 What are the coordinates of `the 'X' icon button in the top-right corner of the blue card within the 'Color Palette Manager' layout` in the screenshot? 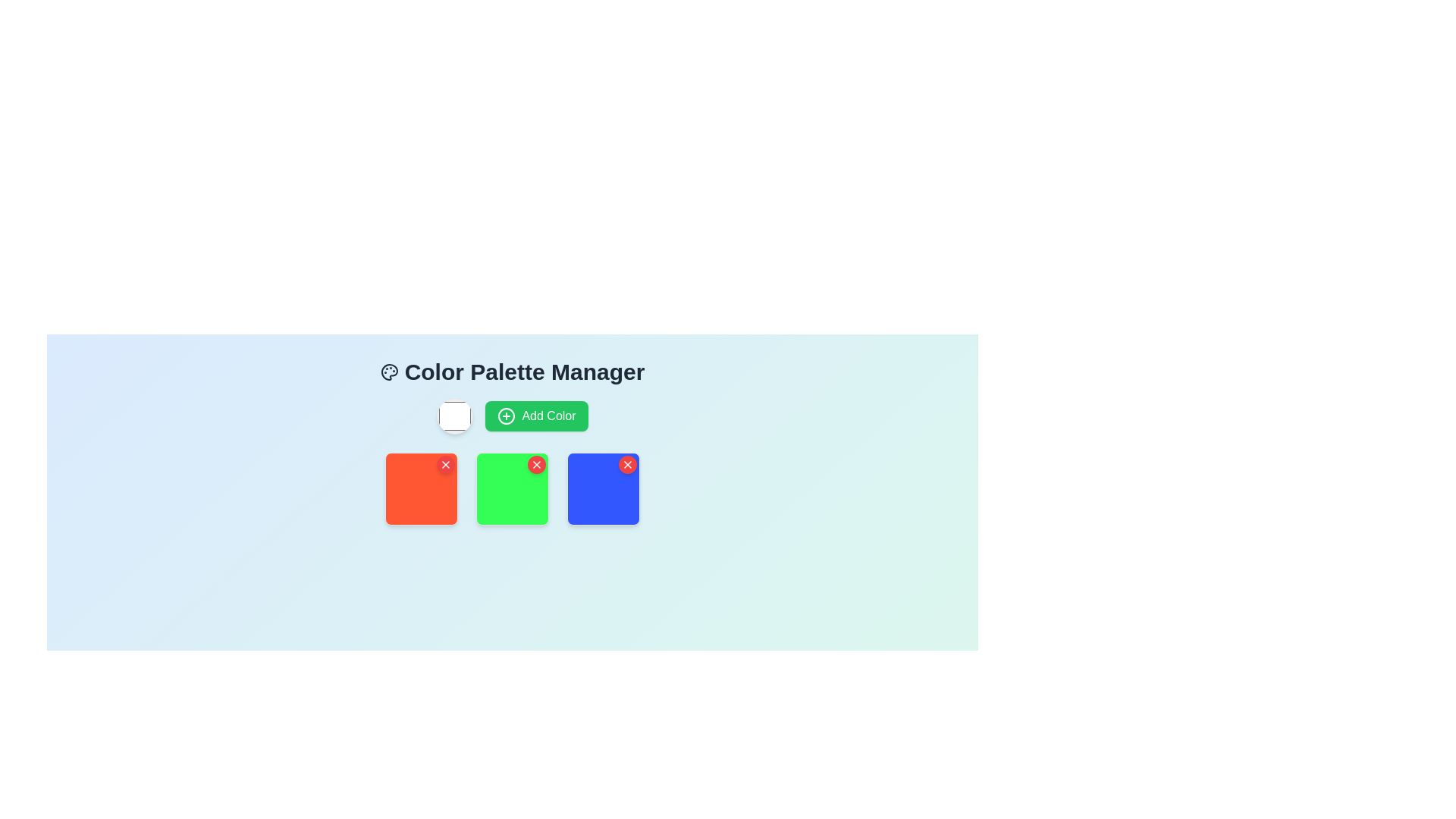 It's located at (628, 464).